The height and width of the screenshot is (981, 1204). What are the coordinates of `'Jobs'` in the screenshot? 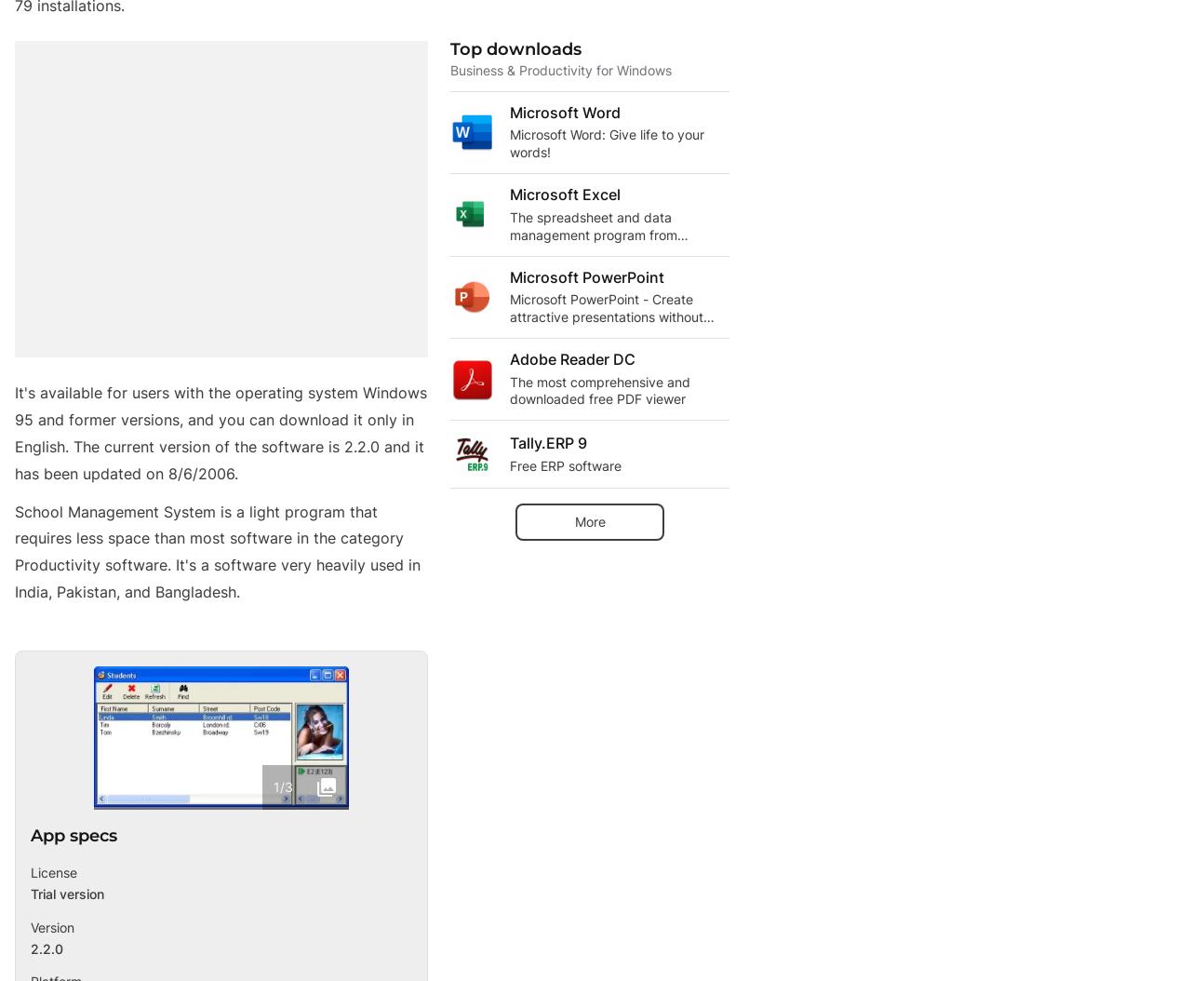 It's located at (20, 696).